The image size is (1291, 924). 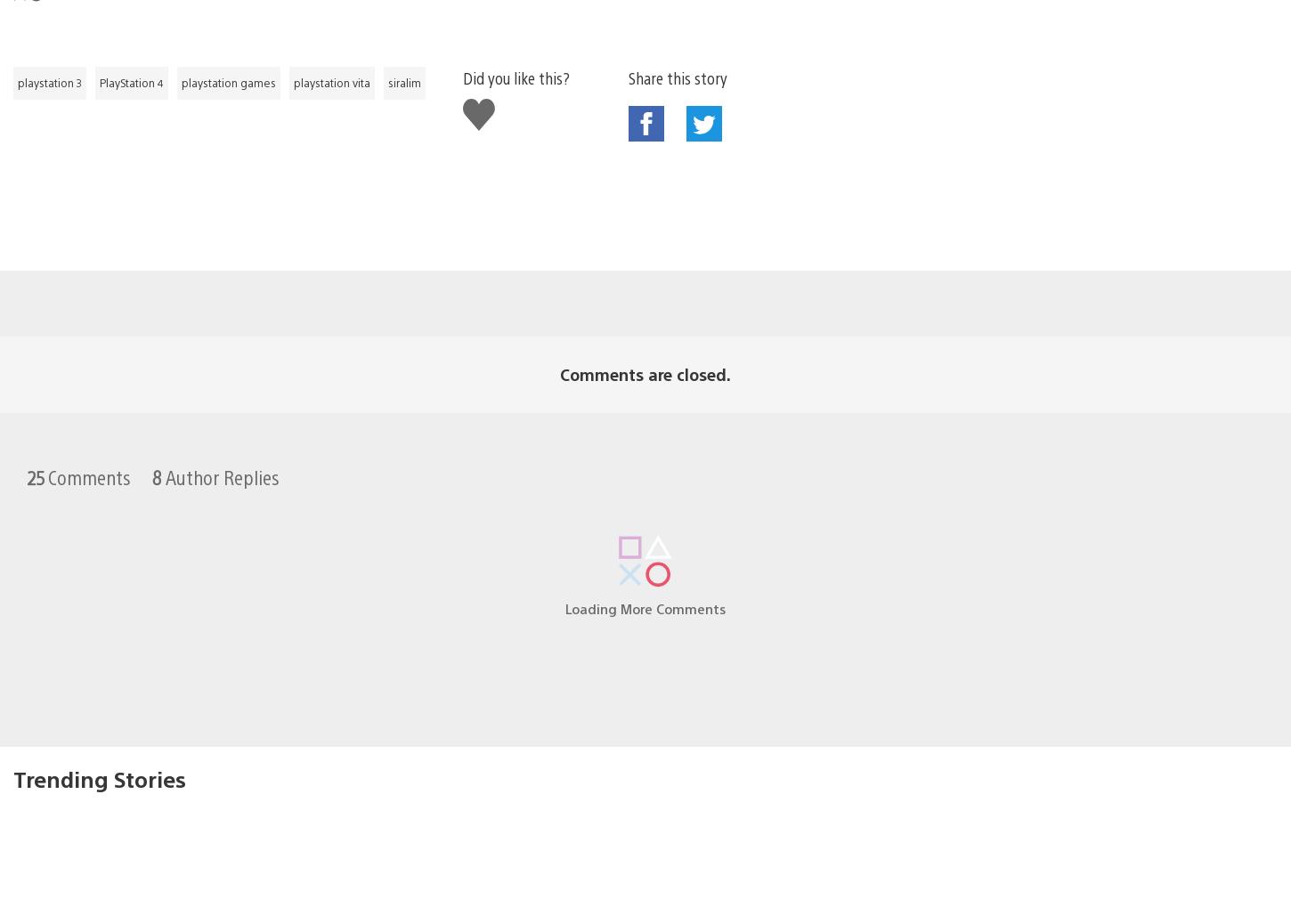 What do you see at coordinates (87, 447) in the screenshot?
I see `'Comments'` at bounding box center [87, 447].